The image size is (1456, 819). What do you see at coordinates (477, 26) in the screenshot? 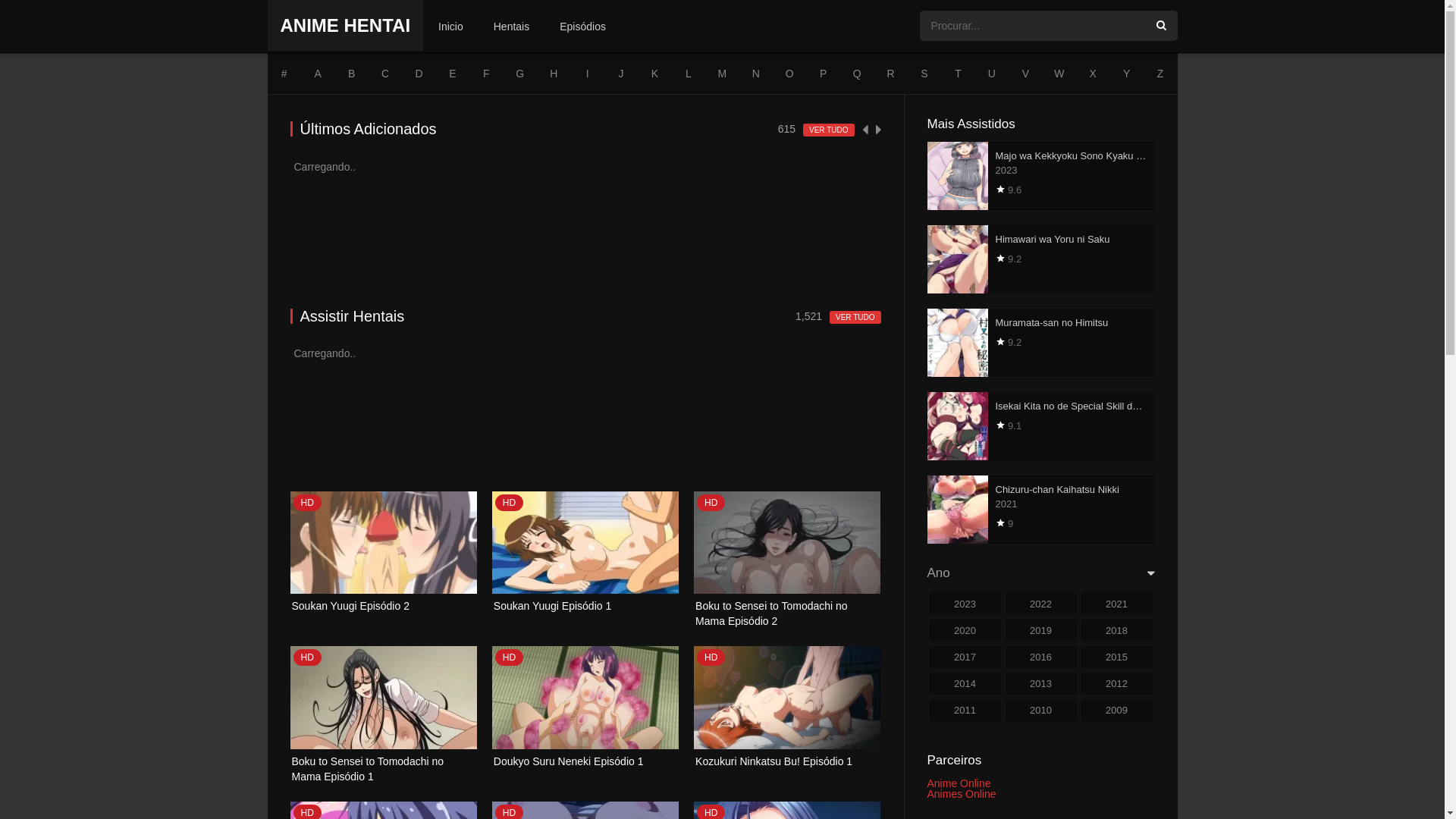
I see `'Hentais'` at bounding box center [477, 26].